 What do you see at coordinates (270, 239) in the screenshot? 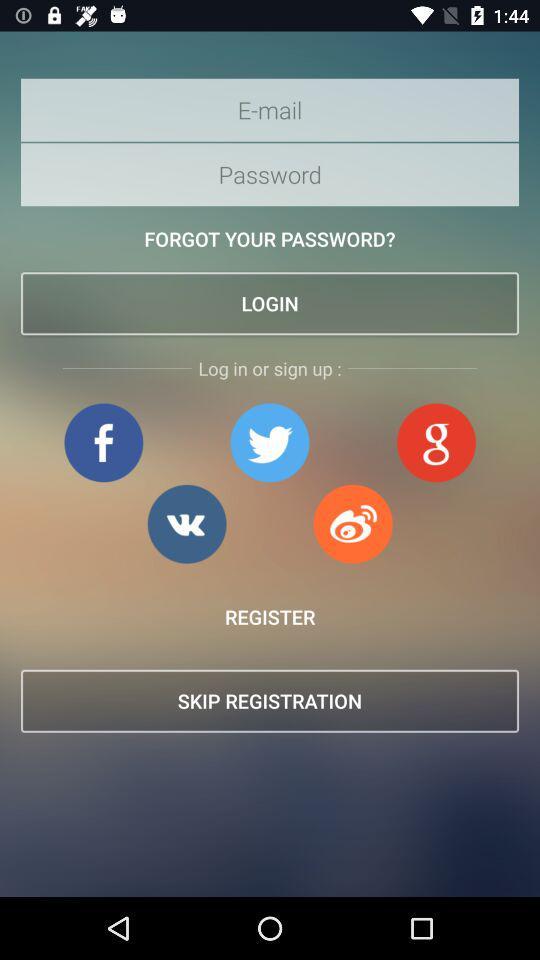
I see `forgot your password? button` at bounding box center [270, 239].